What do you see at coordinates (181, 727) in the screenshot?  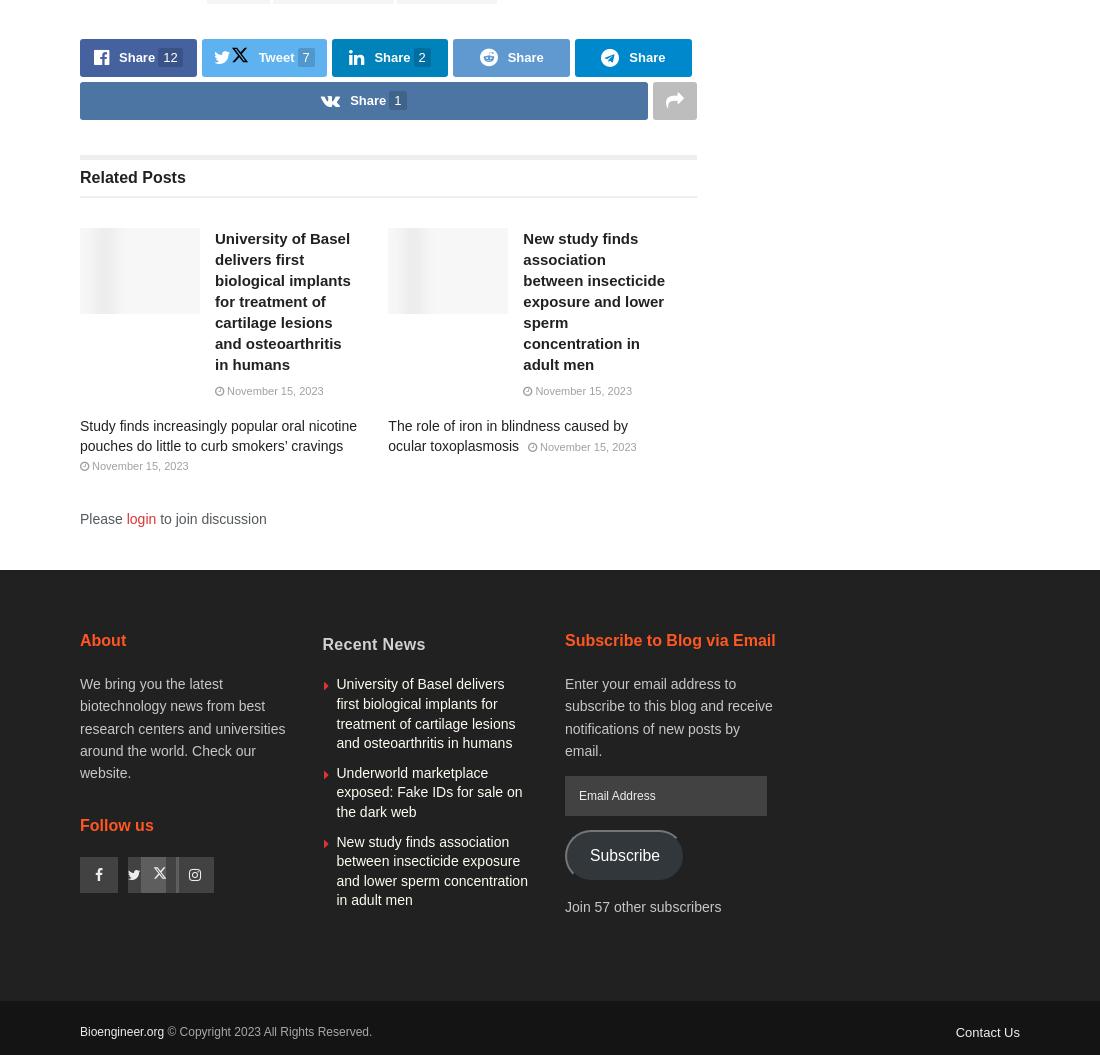 I see `'We bring you the latest biotechnology news from best research centers and universities around the world. Check our website.'` at bounding box center [181, 727].